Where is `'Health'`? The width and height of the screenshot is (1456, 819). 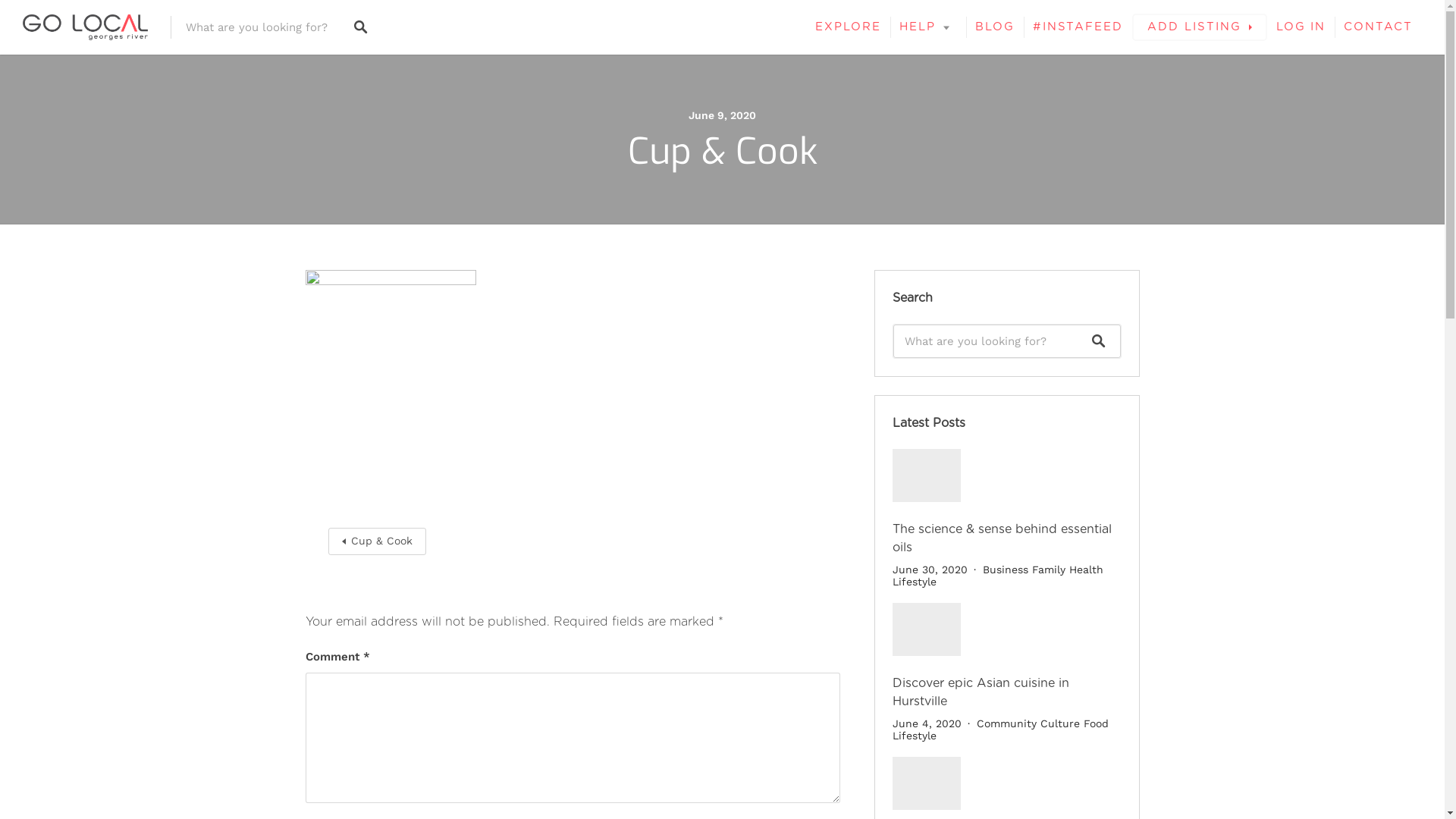 'Health' is located at coordinates (1068, 570).